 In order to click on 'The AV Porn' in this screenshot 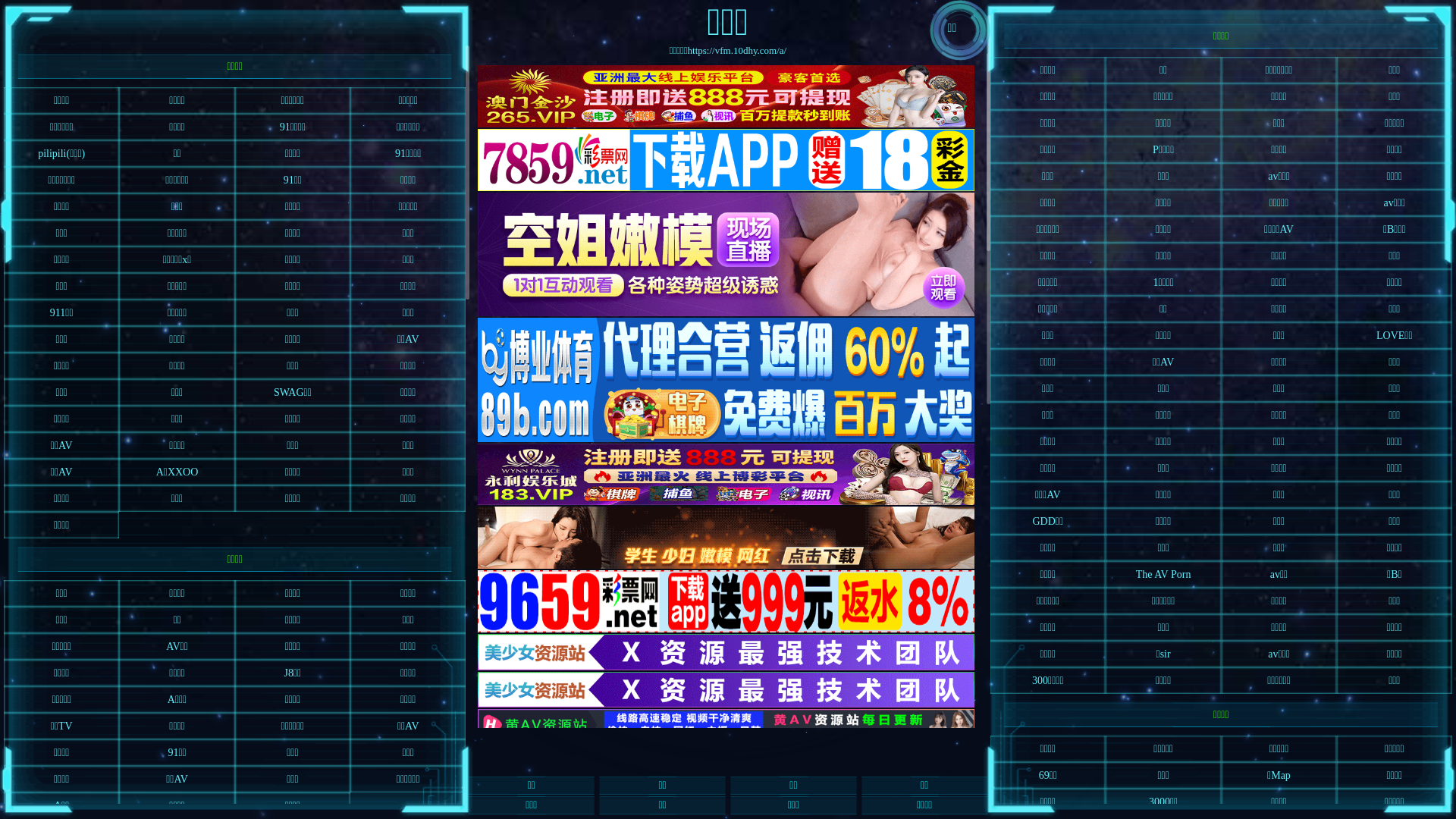, I will do `click(1163, 574)`.